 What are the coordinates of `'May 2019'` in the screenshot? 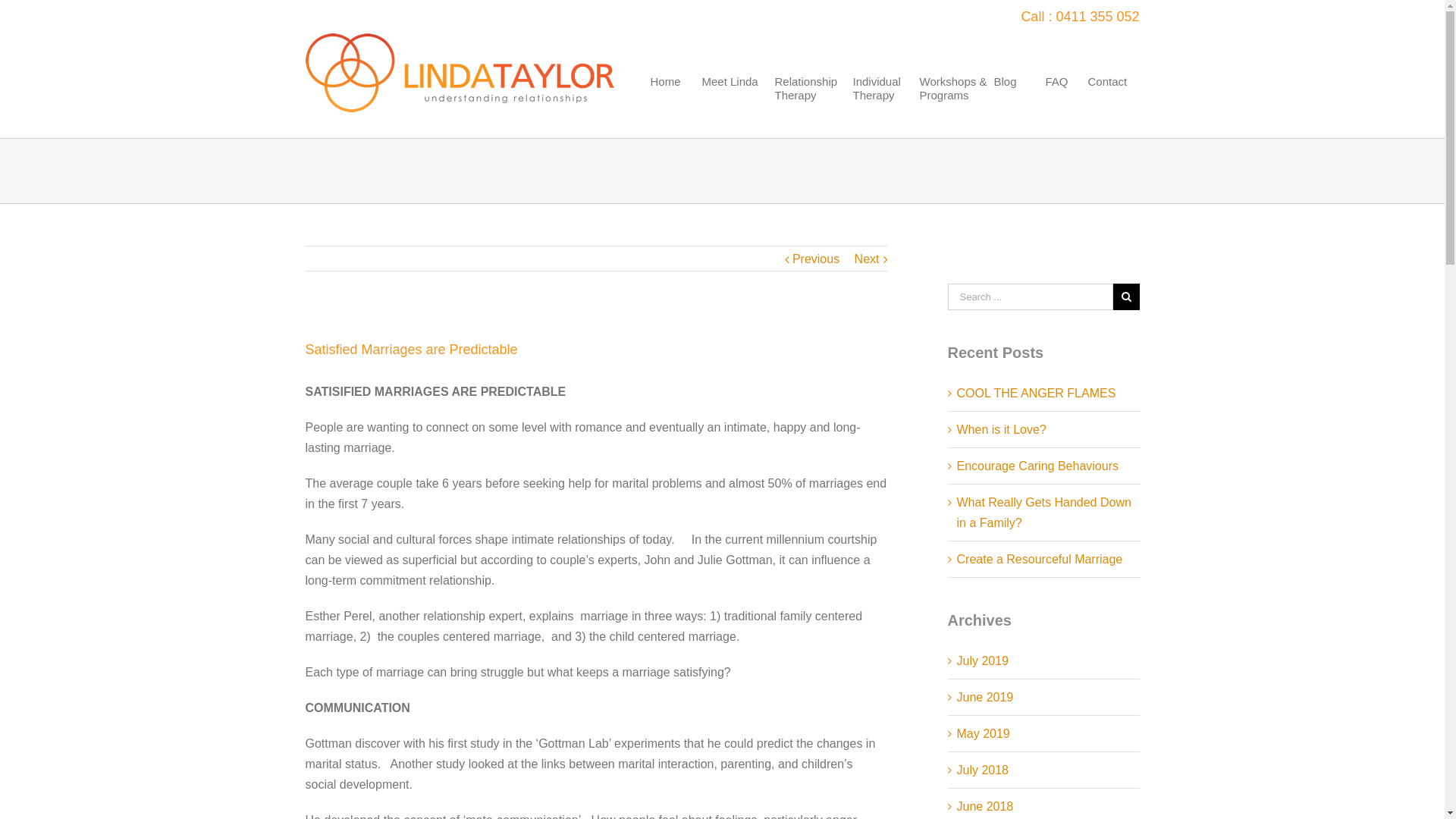 It's located at (956, 733).